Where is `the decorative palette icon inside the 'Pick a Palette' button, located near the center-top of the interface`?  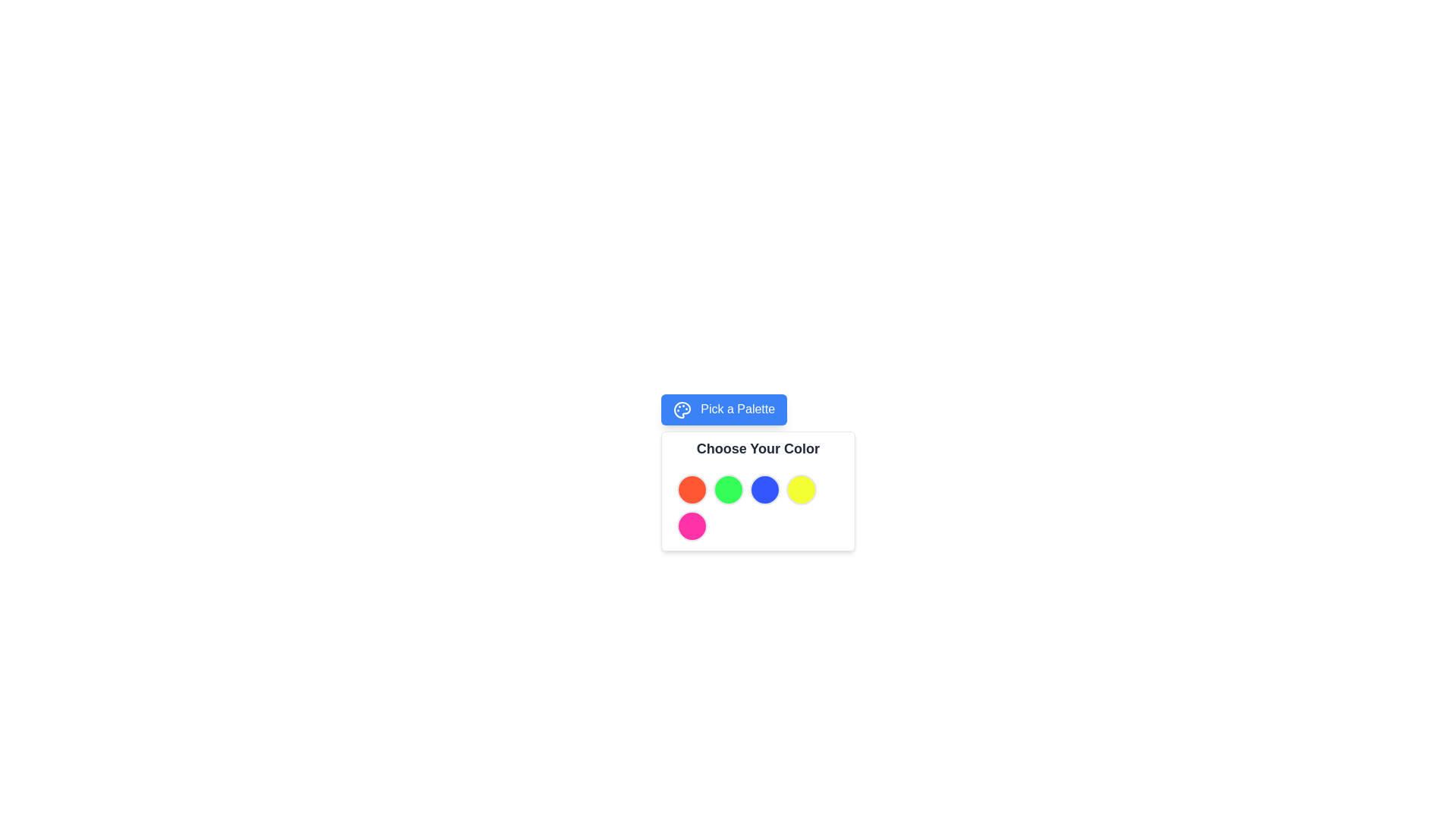
the decorative palette icon inside the 'Pick a Palette' button, located near the center-top of the interface is located at coordinates (681, 409).